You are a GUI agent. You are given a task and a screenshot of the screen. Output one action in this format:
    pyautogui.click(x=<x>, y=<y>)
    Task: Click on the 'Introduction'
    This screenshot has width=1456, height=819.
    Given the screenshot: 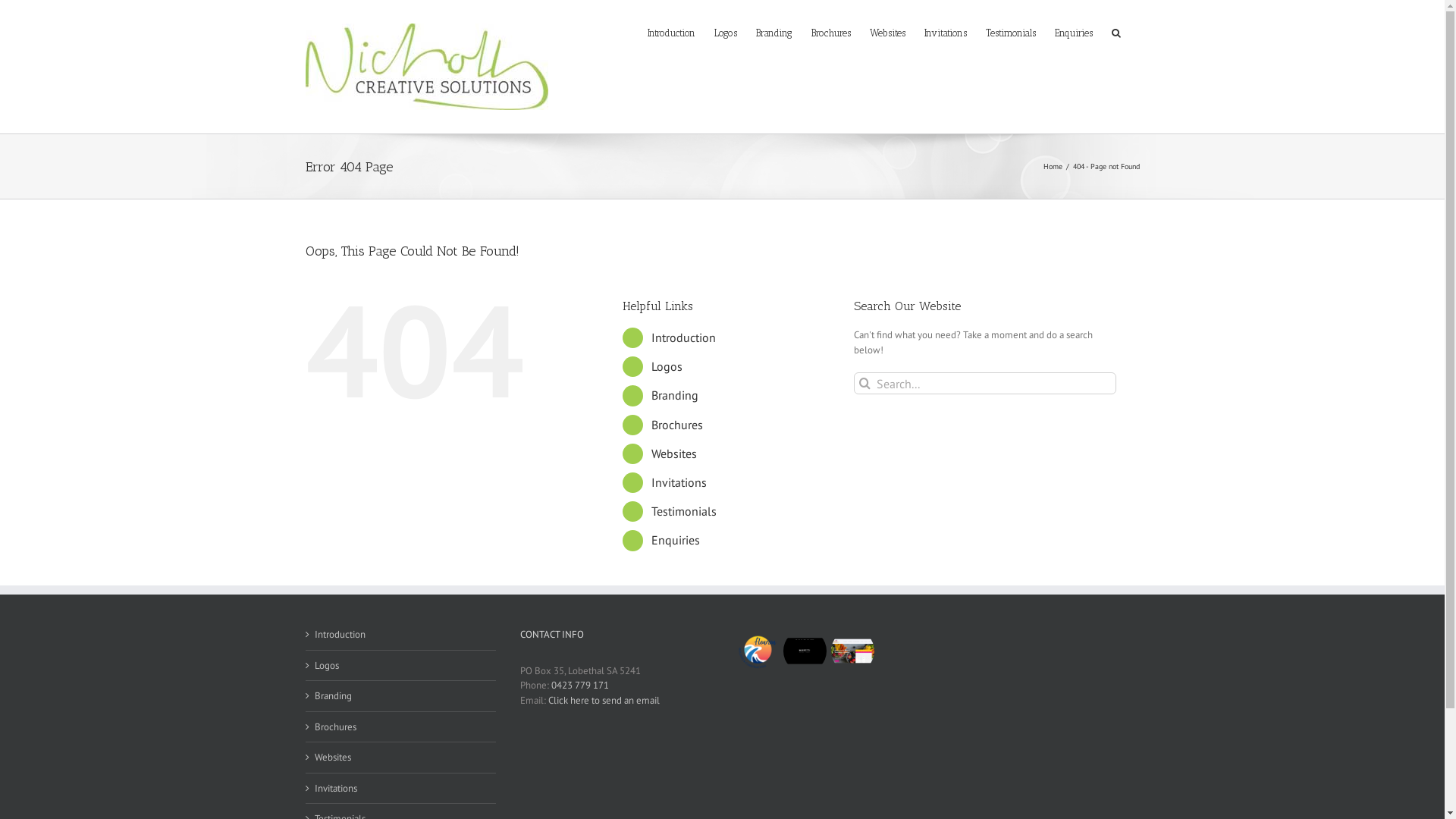 What is the action you would take?
    pyautogui.click(x=670, y=32)
    